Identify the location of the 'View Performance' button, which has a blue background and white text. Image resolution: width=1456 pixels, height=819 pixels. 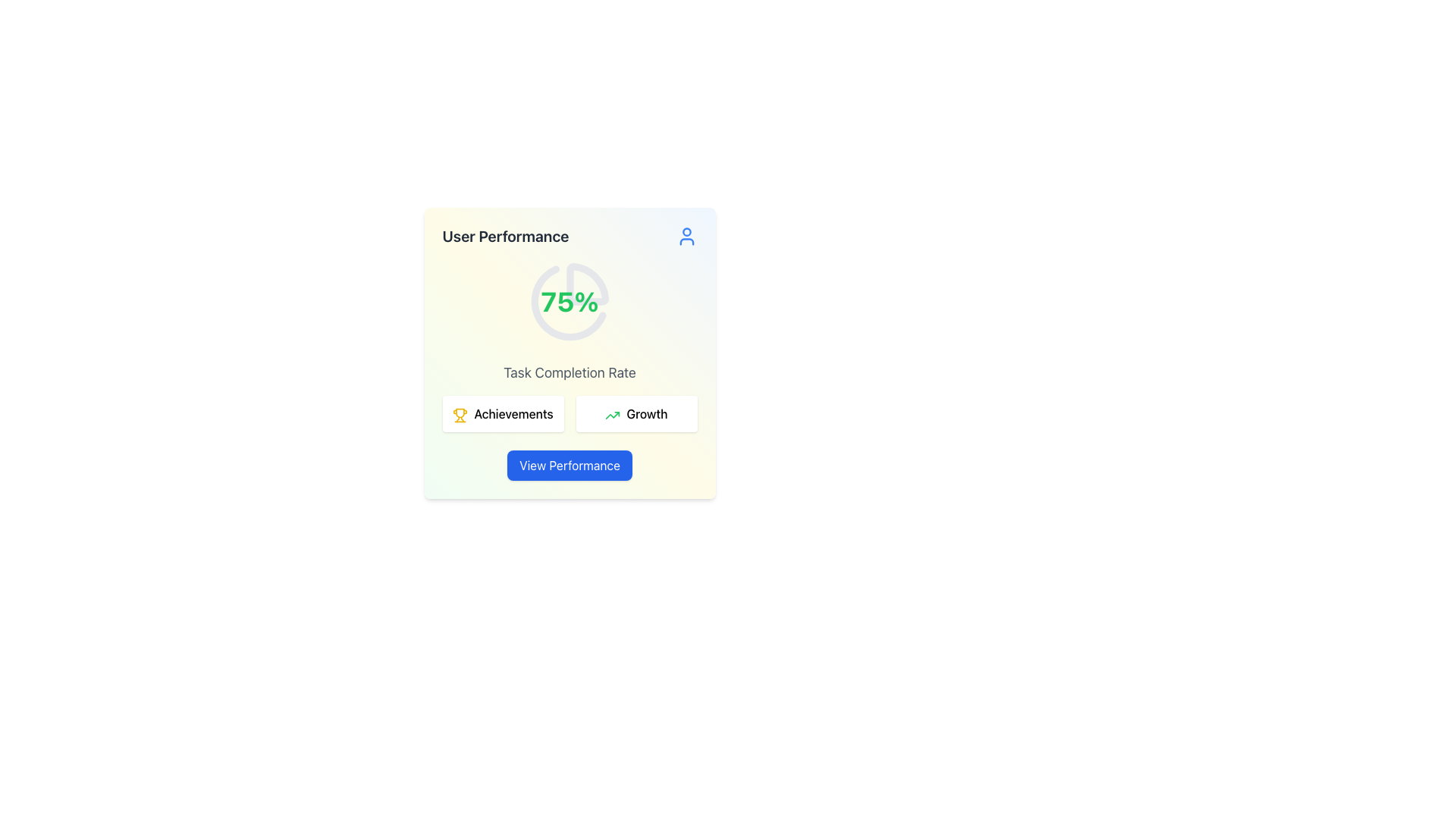
(569, 464).